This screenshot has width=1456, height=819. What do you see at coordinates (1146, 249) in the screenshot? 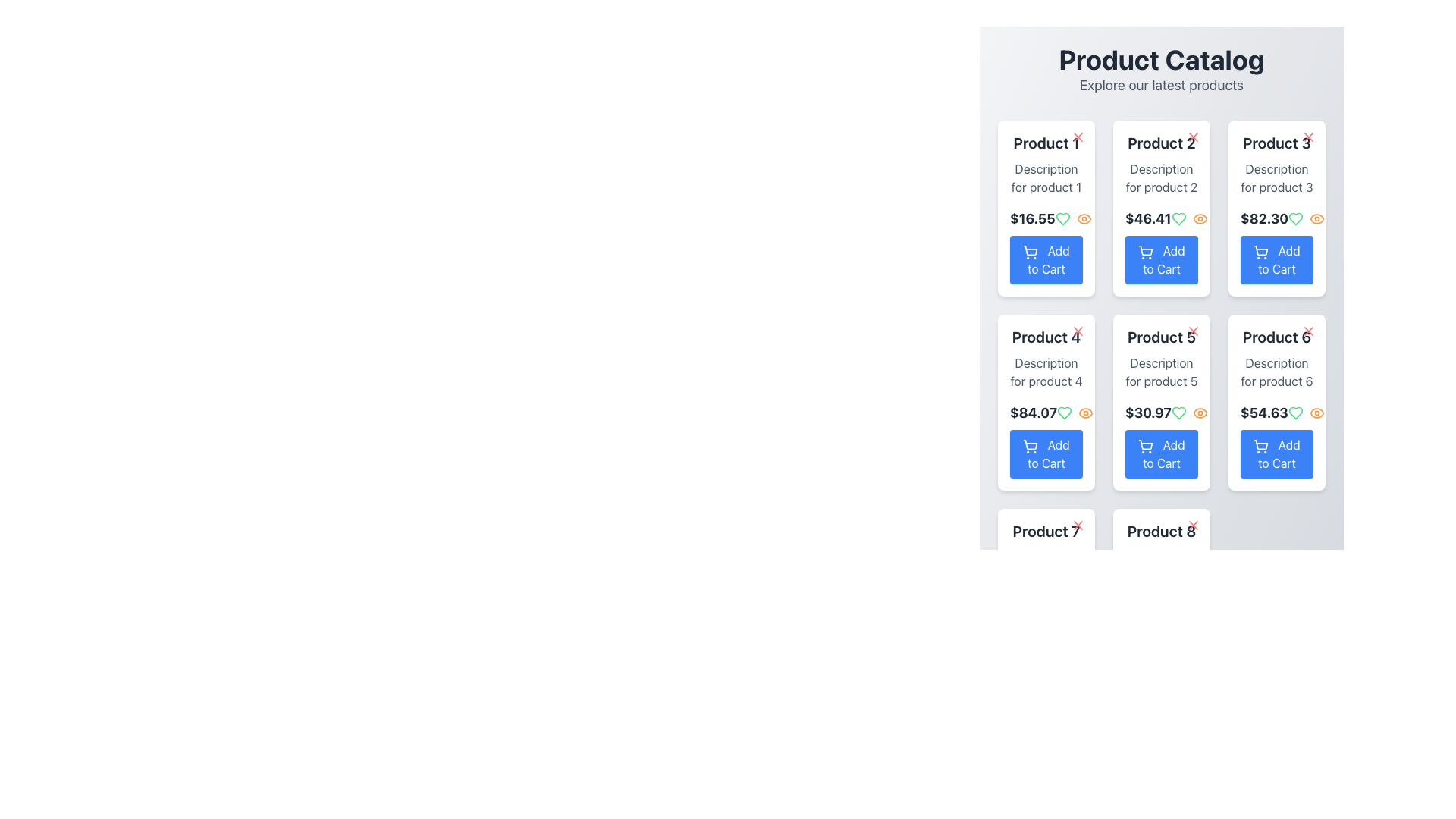
I see `the shopping cart icon located within the 'Add to Cart' button for 'Product 2' in the grid of products` at bounding box center [1146, 249].